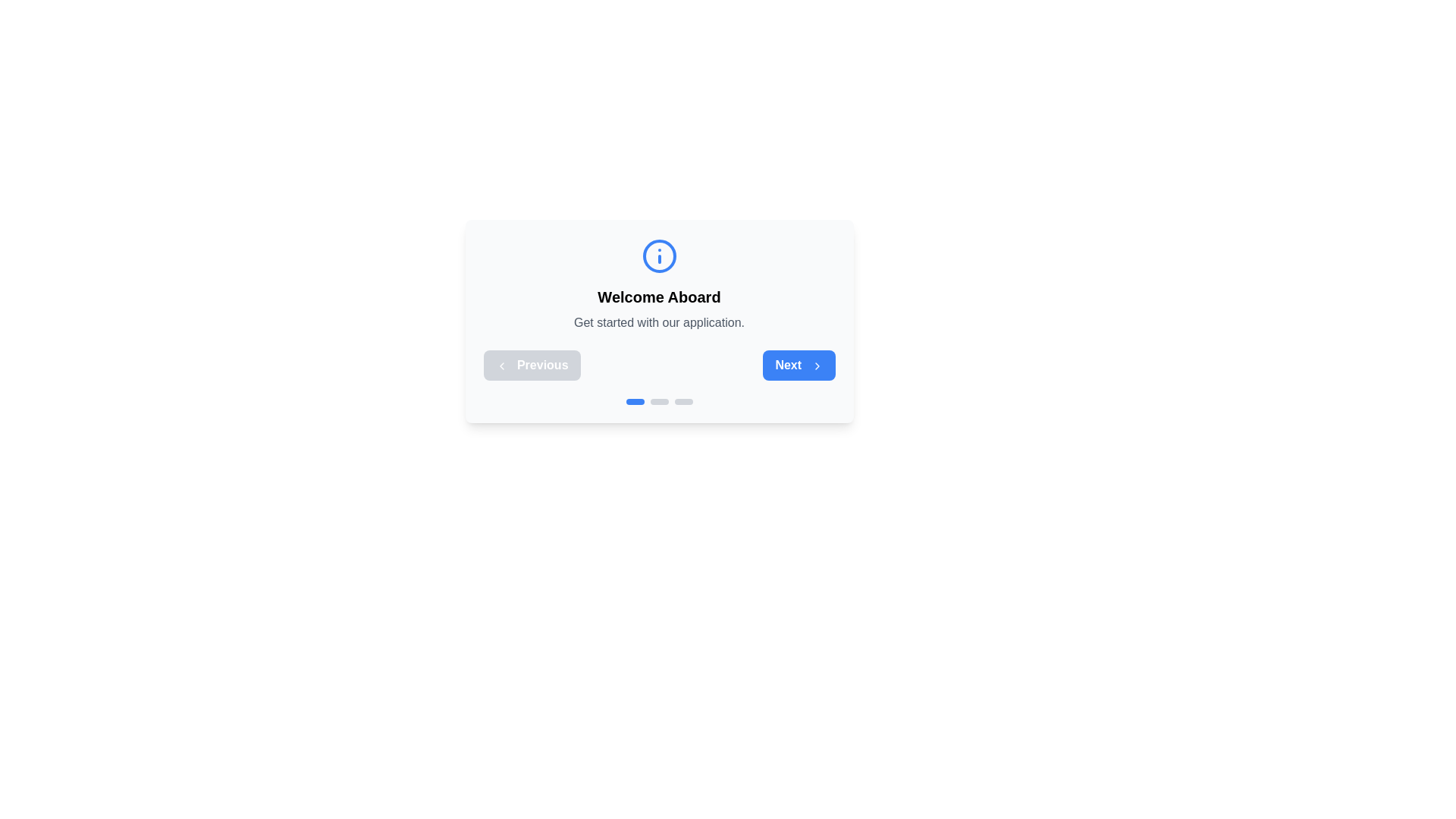 The width and height of the screenshot is (1456, 819). I want to click on the information icon located at the top-center of the card interface, above the 'Welcome Aboard' text, so click(659, 256).